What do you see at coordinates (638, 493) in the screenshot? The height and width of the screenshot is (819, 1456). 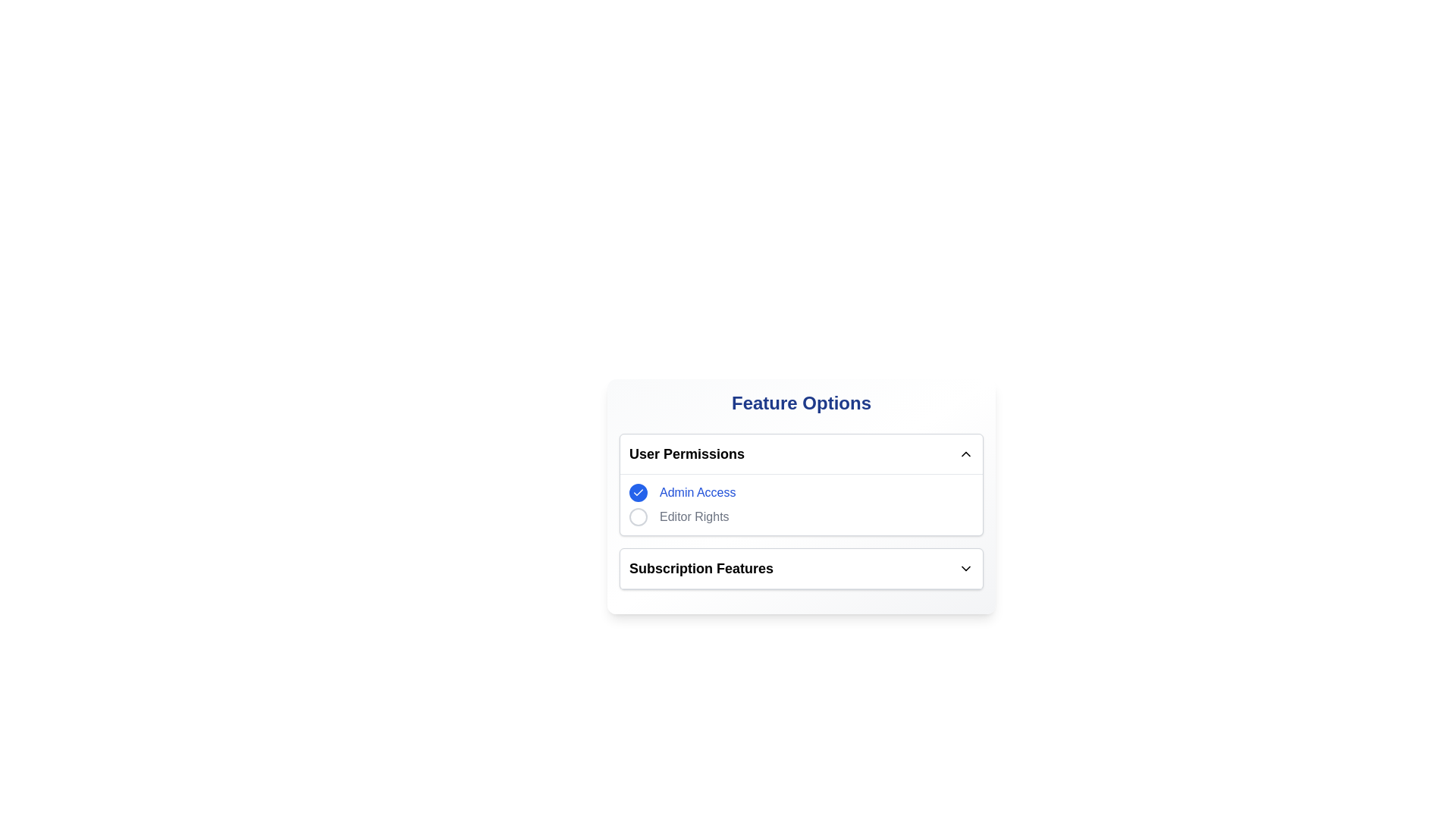 I see `the 'Admin Access' checkbox to potentially display a tooltip` at bounding box center [638, 493].